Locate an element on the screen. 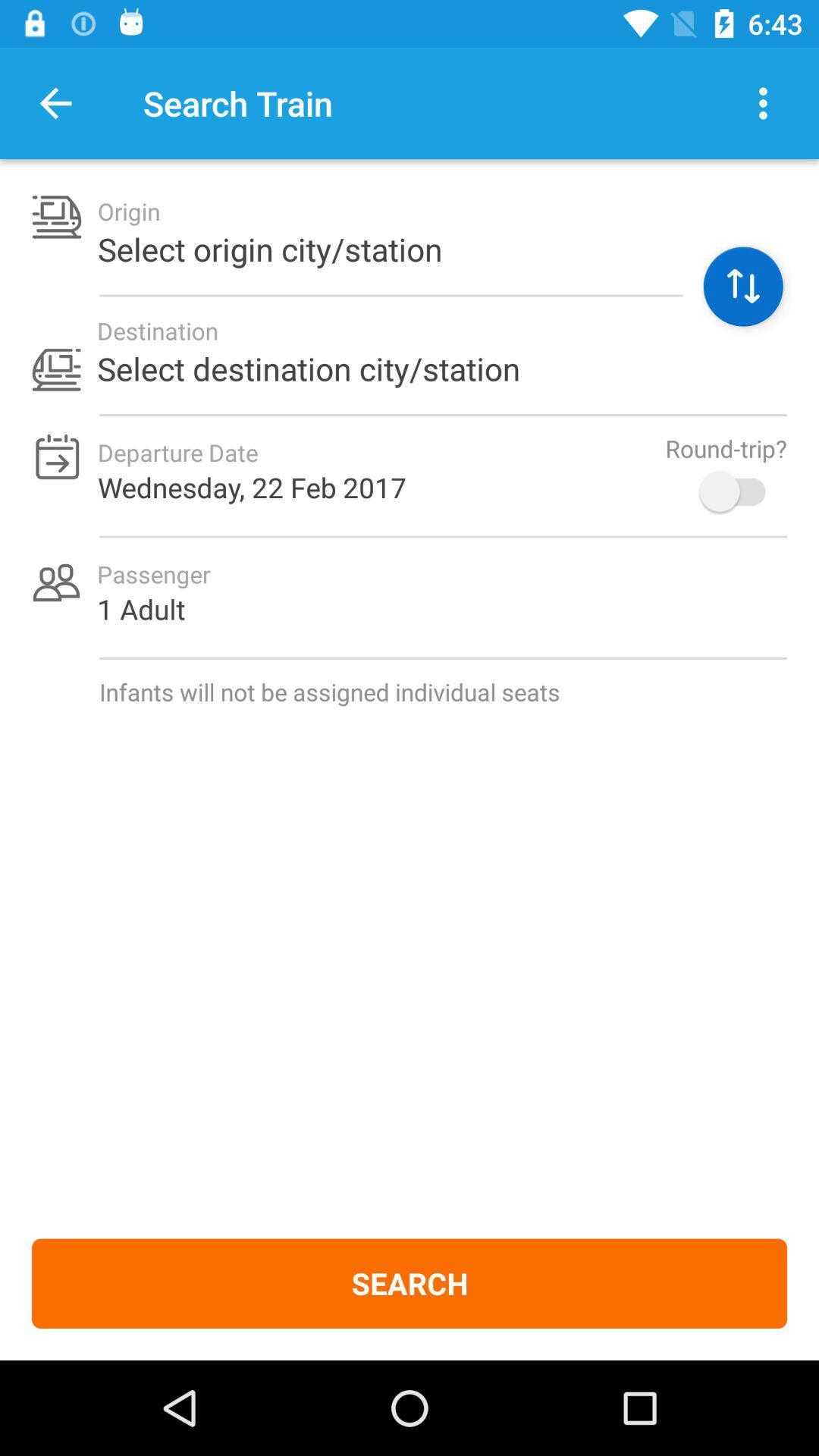 This screenshot has width=819, height=1456. the icon on the right is located at coordinates (739, 491).